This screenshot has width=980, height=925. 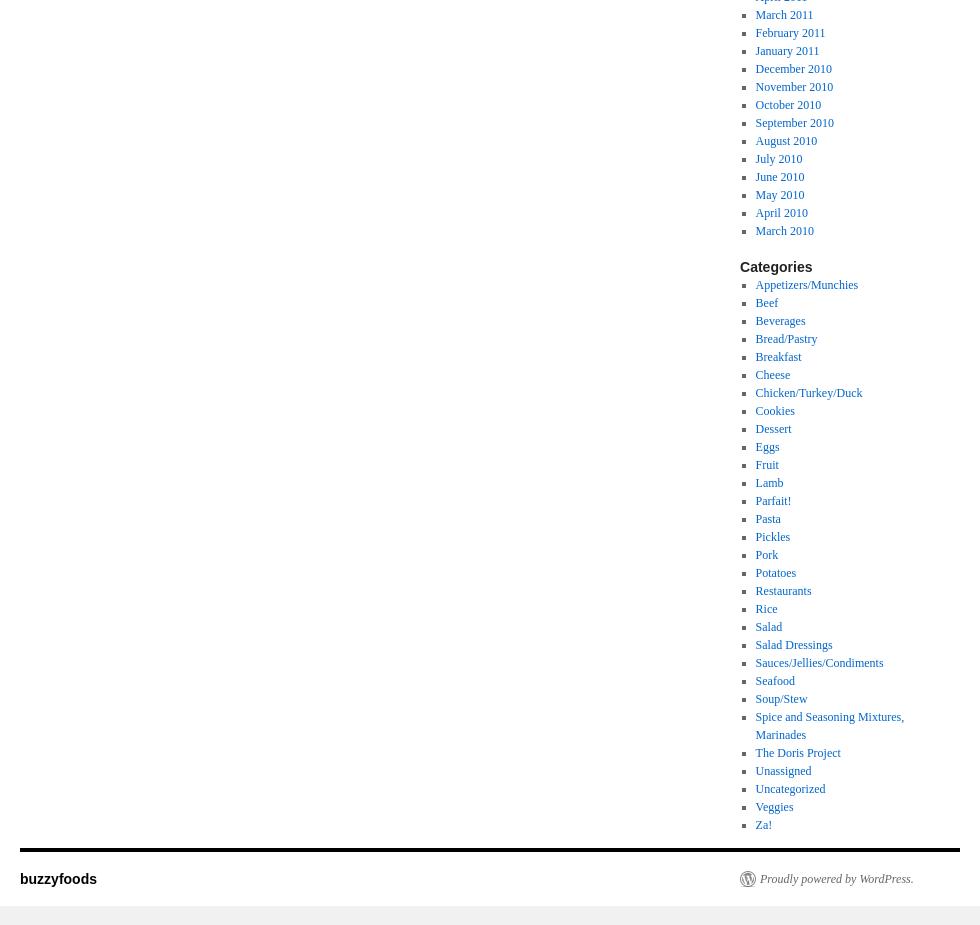 What do you see at coordinates (767, 519) in the screenshot?
I see `'Pasta'` at bounding box center [767, 519].